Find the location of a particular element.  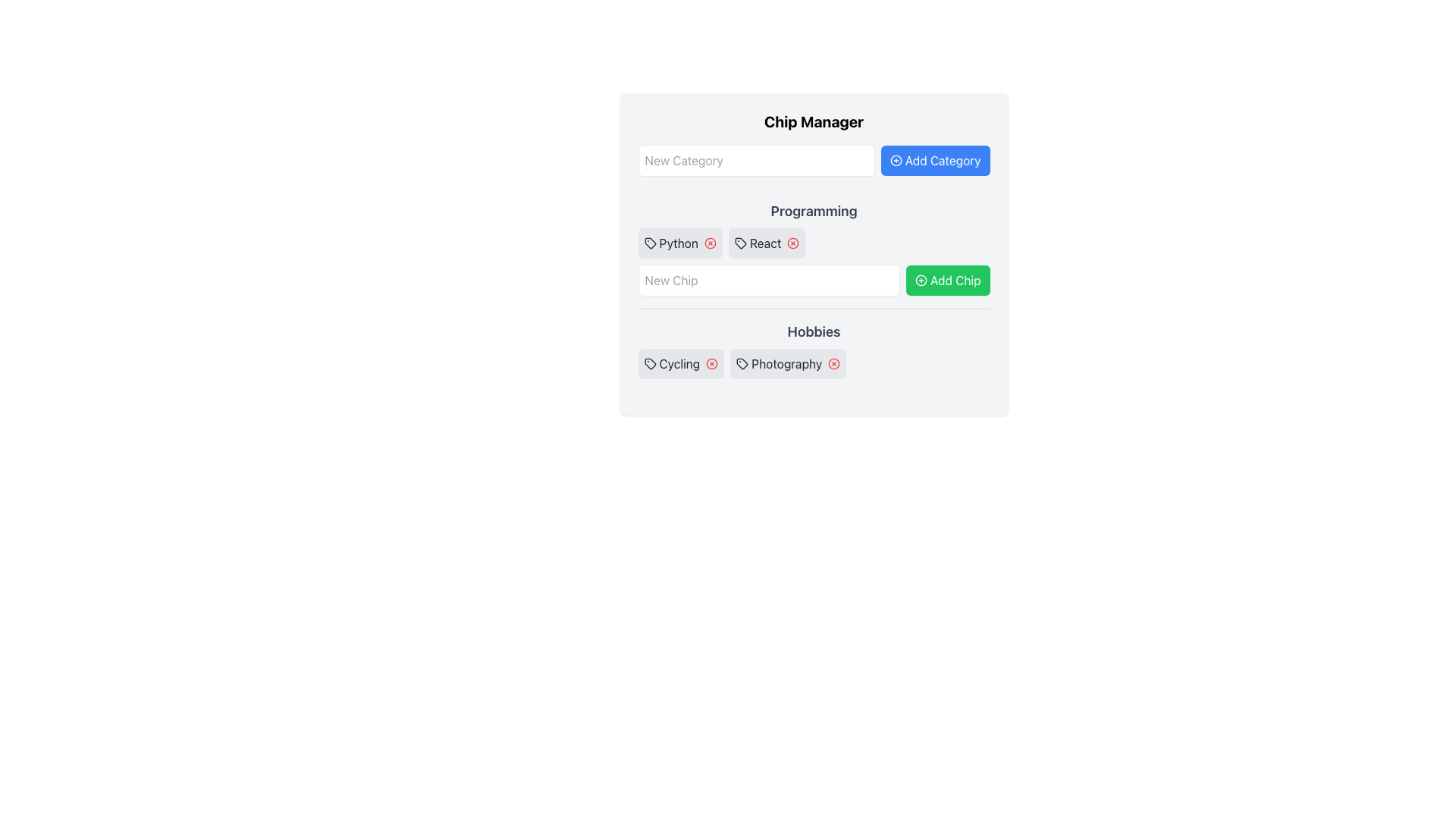

the SVG circle icon indicating 'Cycling' in the Hobbies section, which is the first icon in its group is located at coordinates (711, 363).